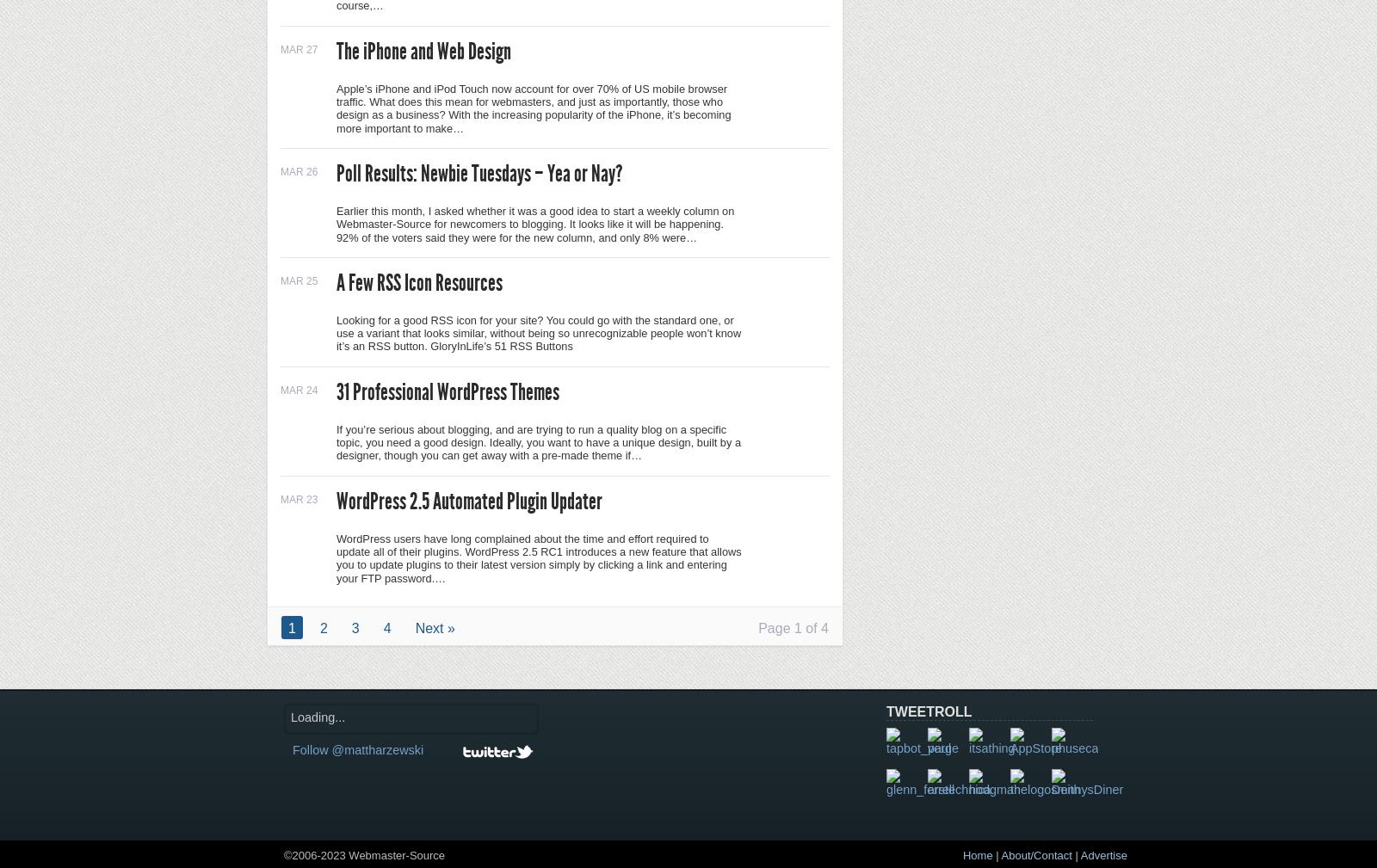 The height and width of the screenshot is (868, 1377). I want to click on 'Poll Results: Newbie Tuesdays – Yea or Nay?', so click(479, 171).